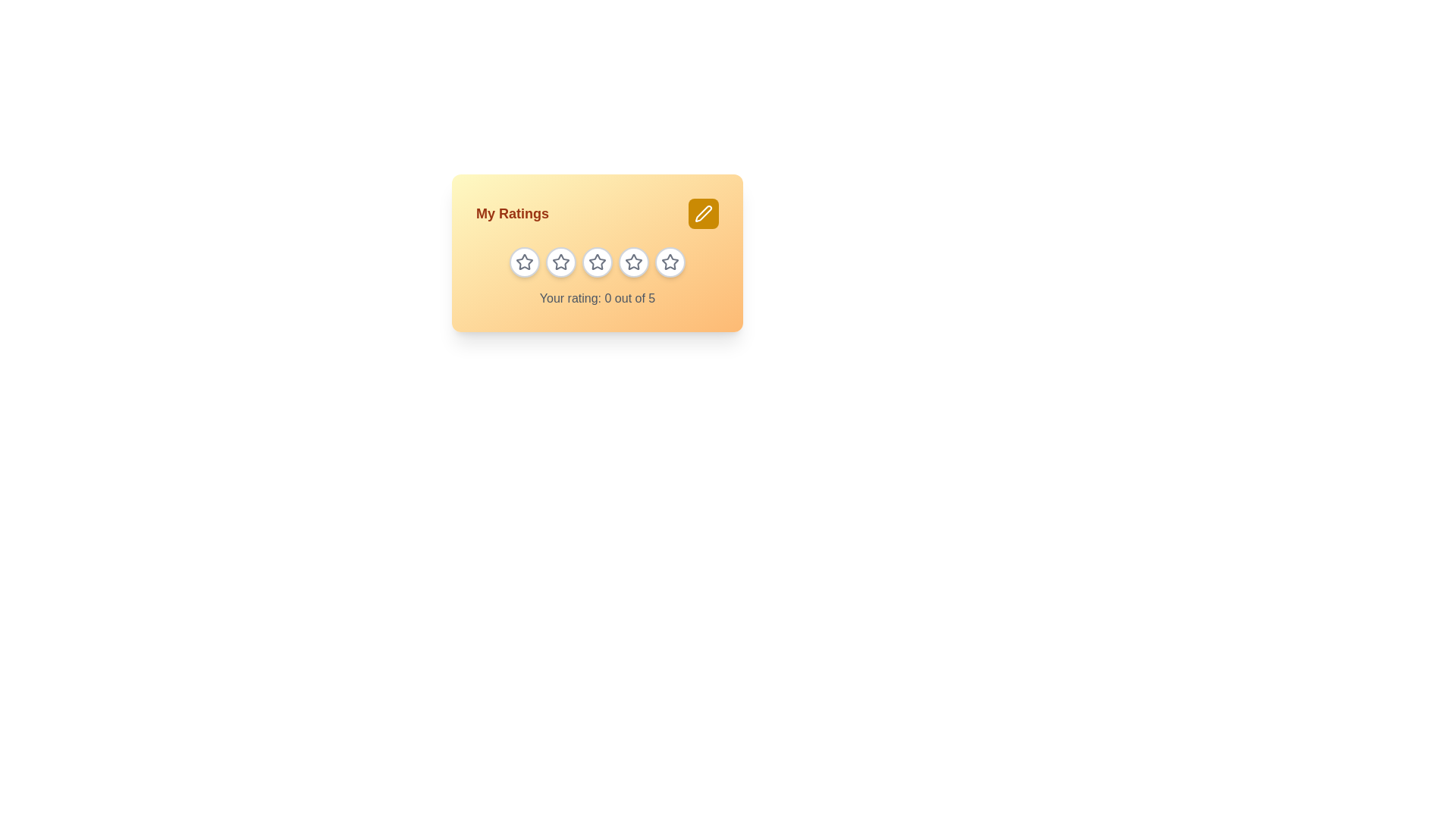  I want to click on a star in the interactive rating widget, so click(596, 253).